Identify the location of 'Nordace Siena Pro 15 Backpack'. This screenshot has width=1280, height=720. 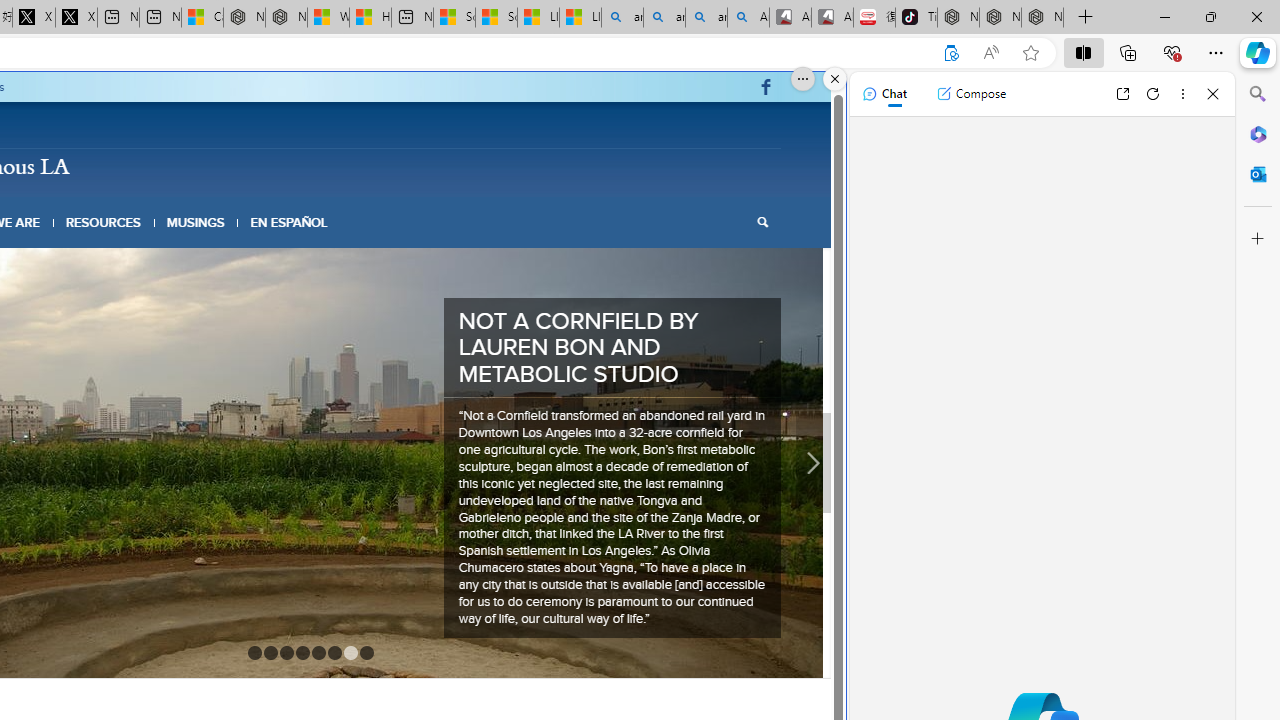
(1000, 17).